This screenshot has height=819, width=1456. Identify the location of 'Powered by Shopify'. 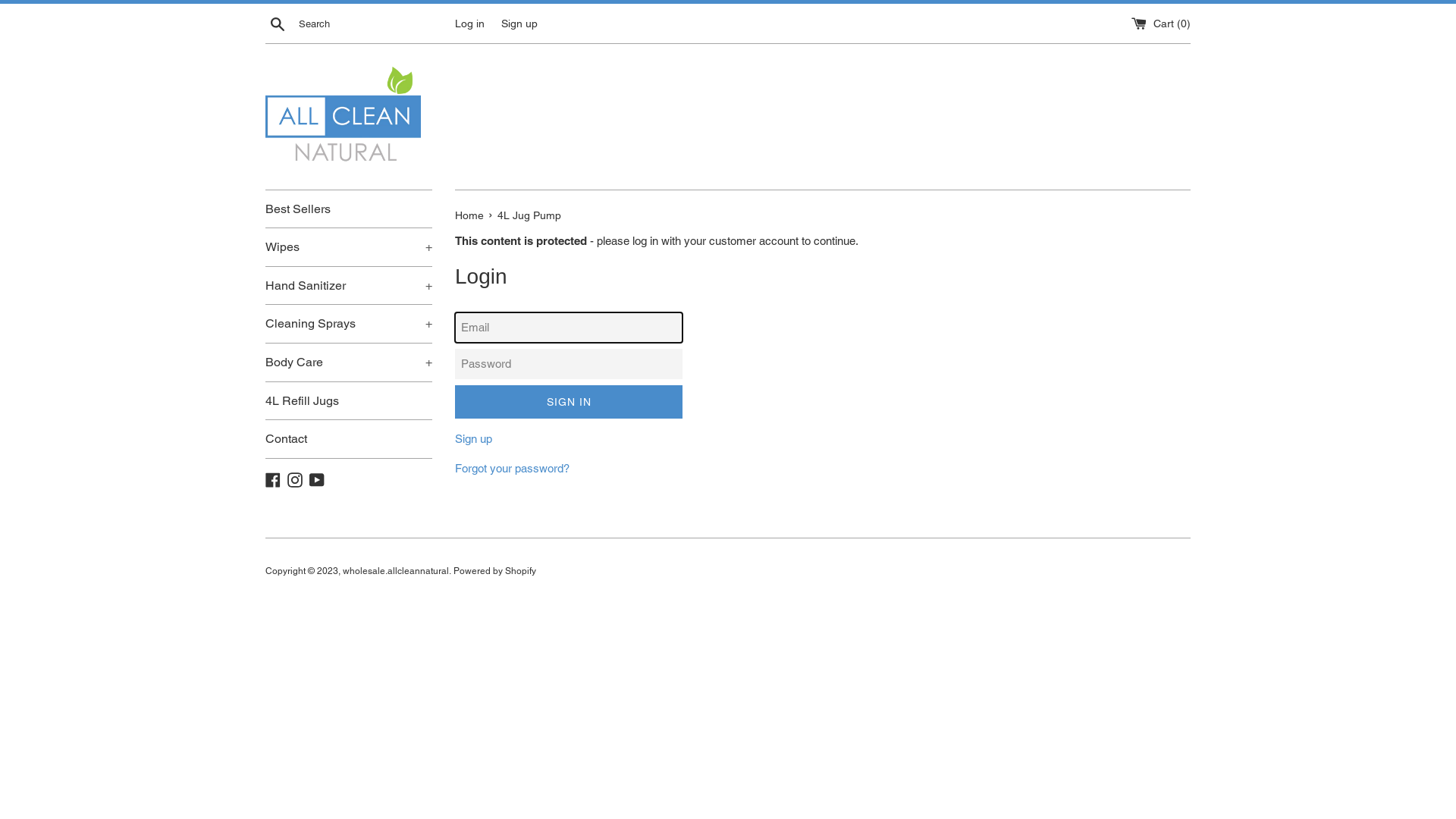
(494, 570).